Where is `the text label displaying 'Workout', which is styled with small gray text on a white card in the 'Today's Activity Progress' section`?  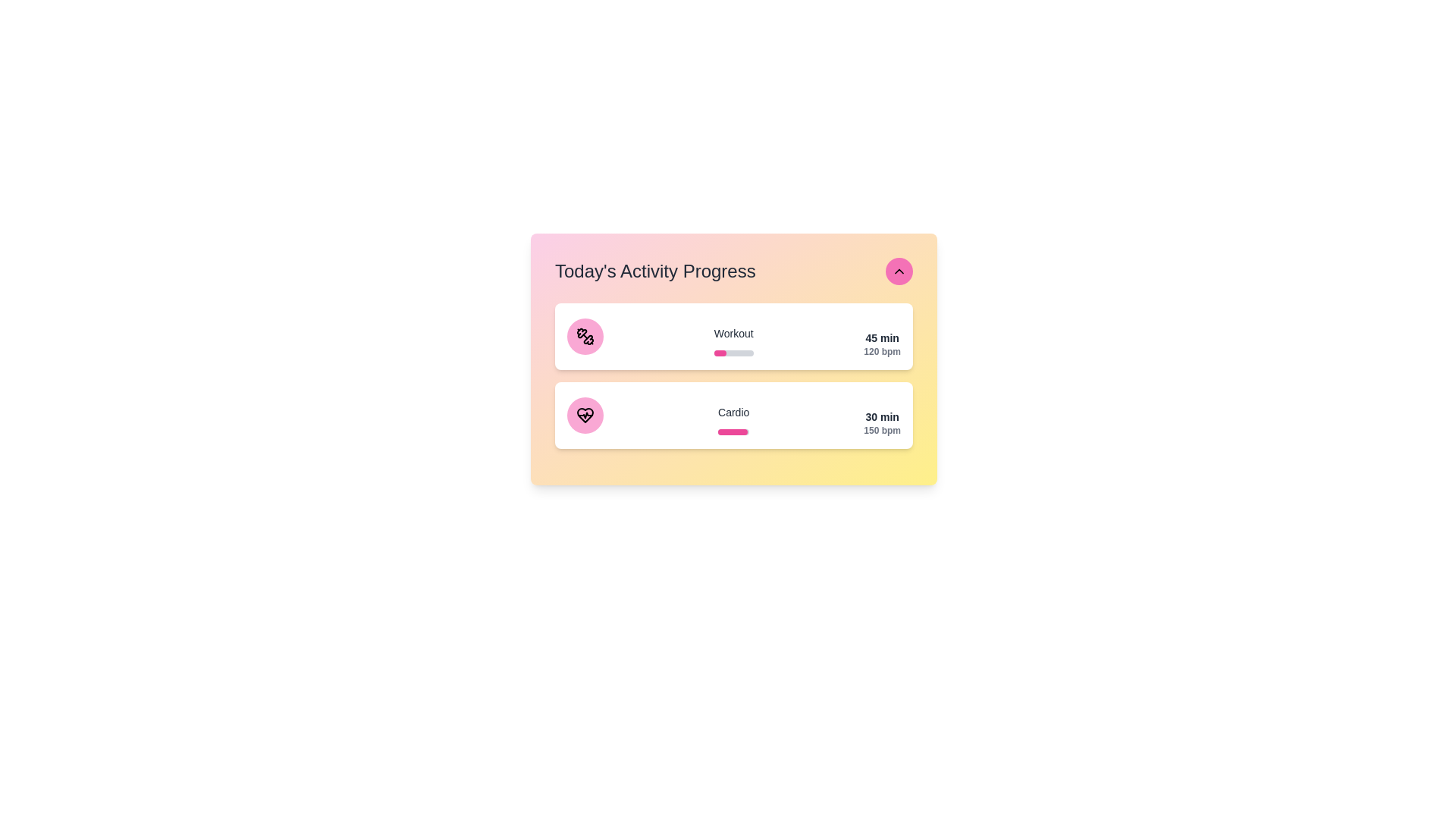 the text label displaying 'Workout', which is styled with small gray text on a white card in the 'Today's Activity Progress' section is located at coordinates (733, 332).